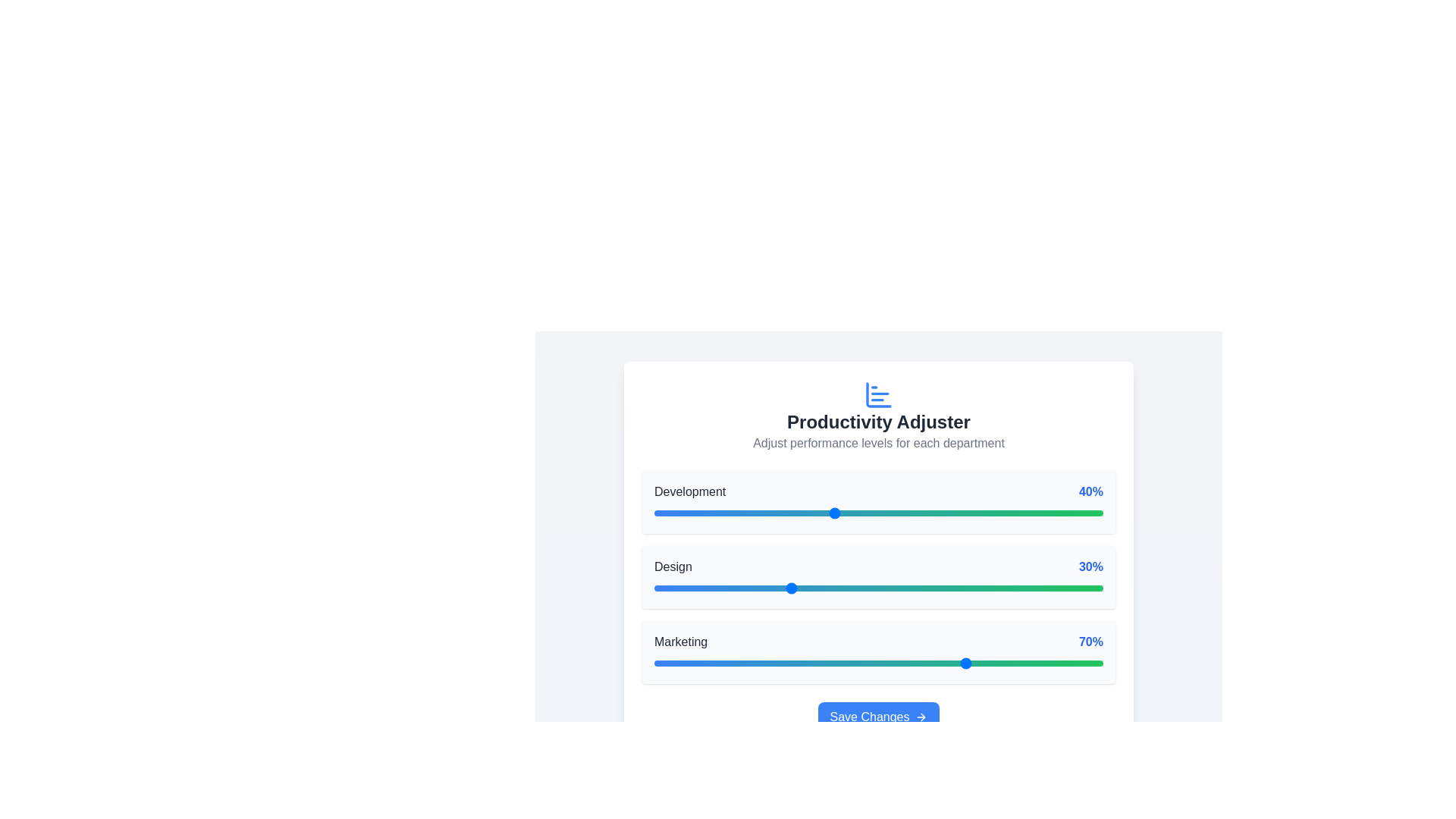 The width and height of the screenshot is (1456, 819). What do you see at coordinates (968, 587) in the screenshot?
I see `the slider` at bounding box center [968, 587].